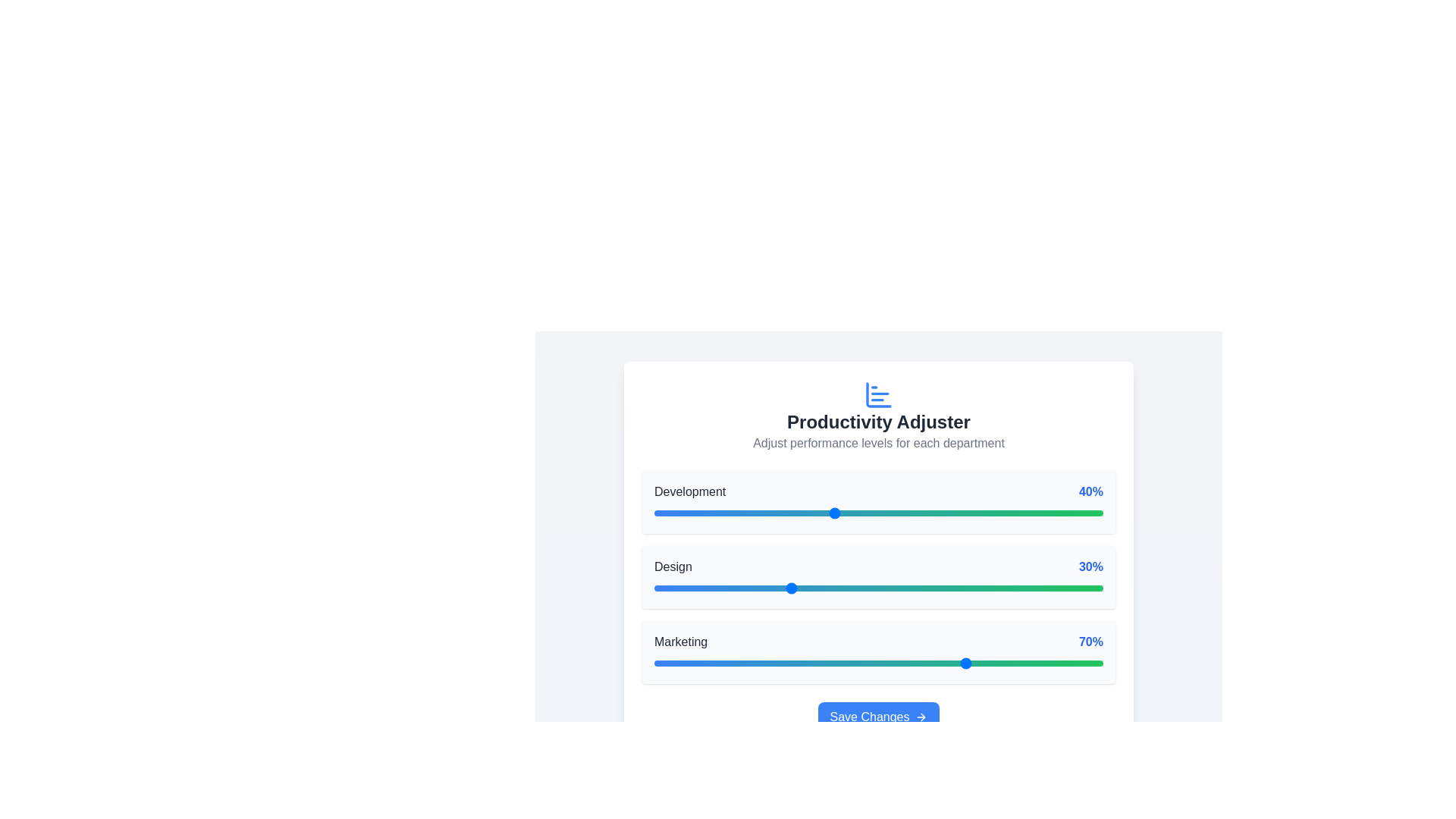 The width and height of the screenshot is (1456, 819). What do you see at coordinates (968, 587) in the screenshot?
I see `the slider` at bounding box center [968, 587].